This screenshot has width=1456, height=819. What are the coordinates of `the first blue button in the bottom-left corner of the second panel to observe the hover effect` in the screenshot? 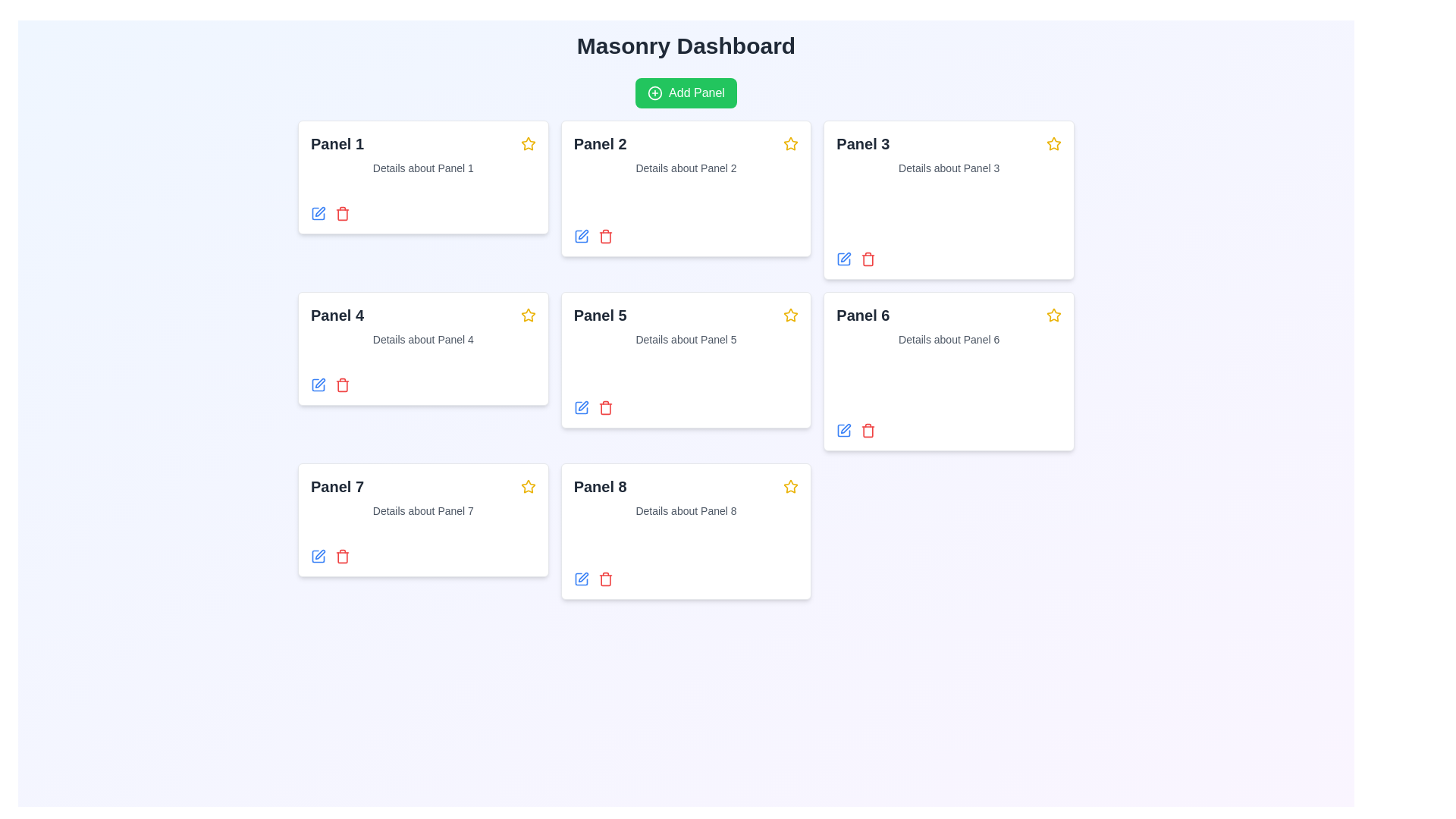 It's located at (580, 237).